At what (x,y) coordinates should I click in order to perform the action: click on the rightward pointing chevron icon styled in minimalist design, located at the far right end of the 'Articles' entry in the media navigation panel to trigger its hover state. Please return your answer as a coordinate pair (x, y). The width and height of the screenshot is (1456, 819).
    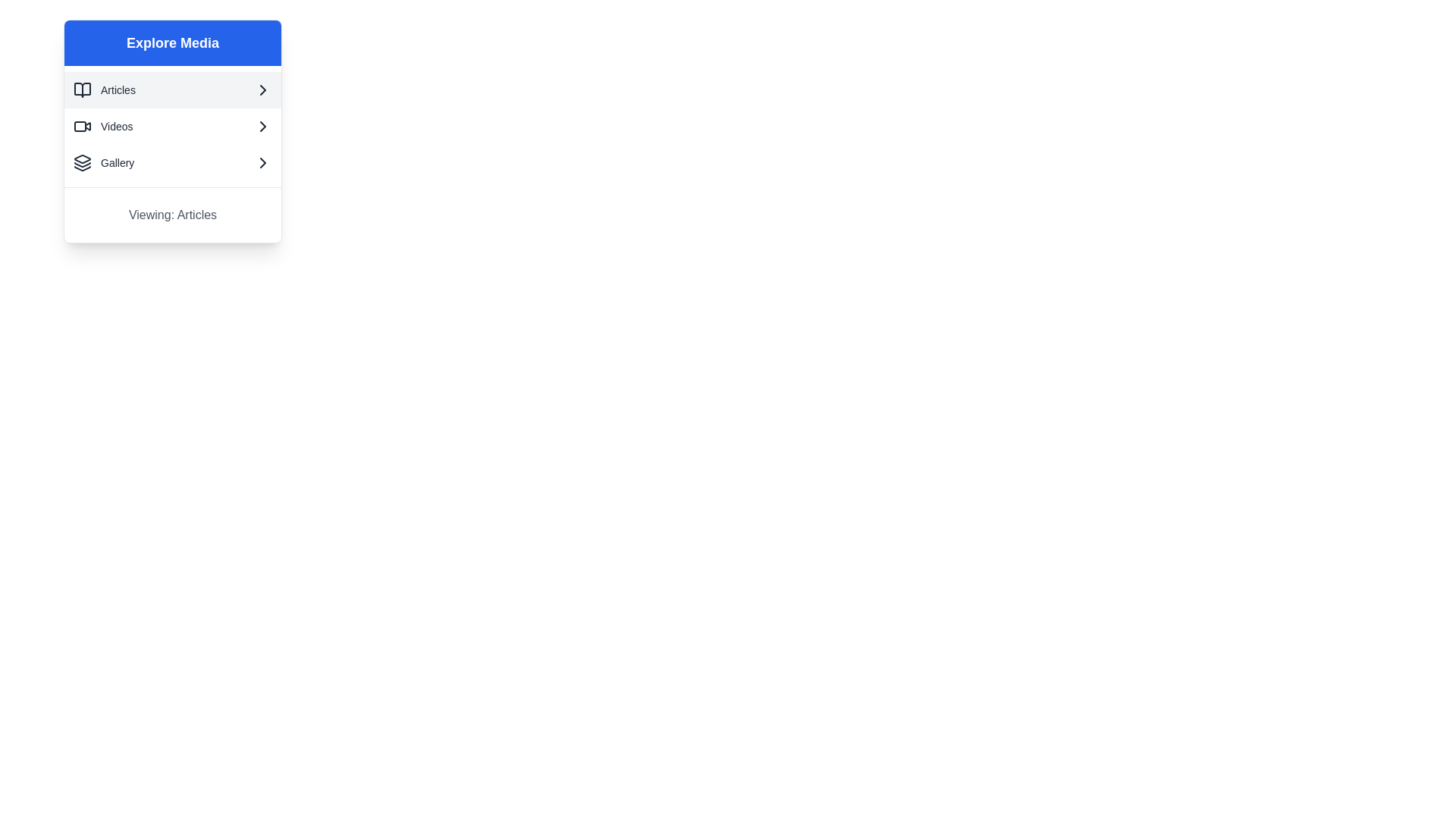
    Looking at the image, I should click on (262, 90).